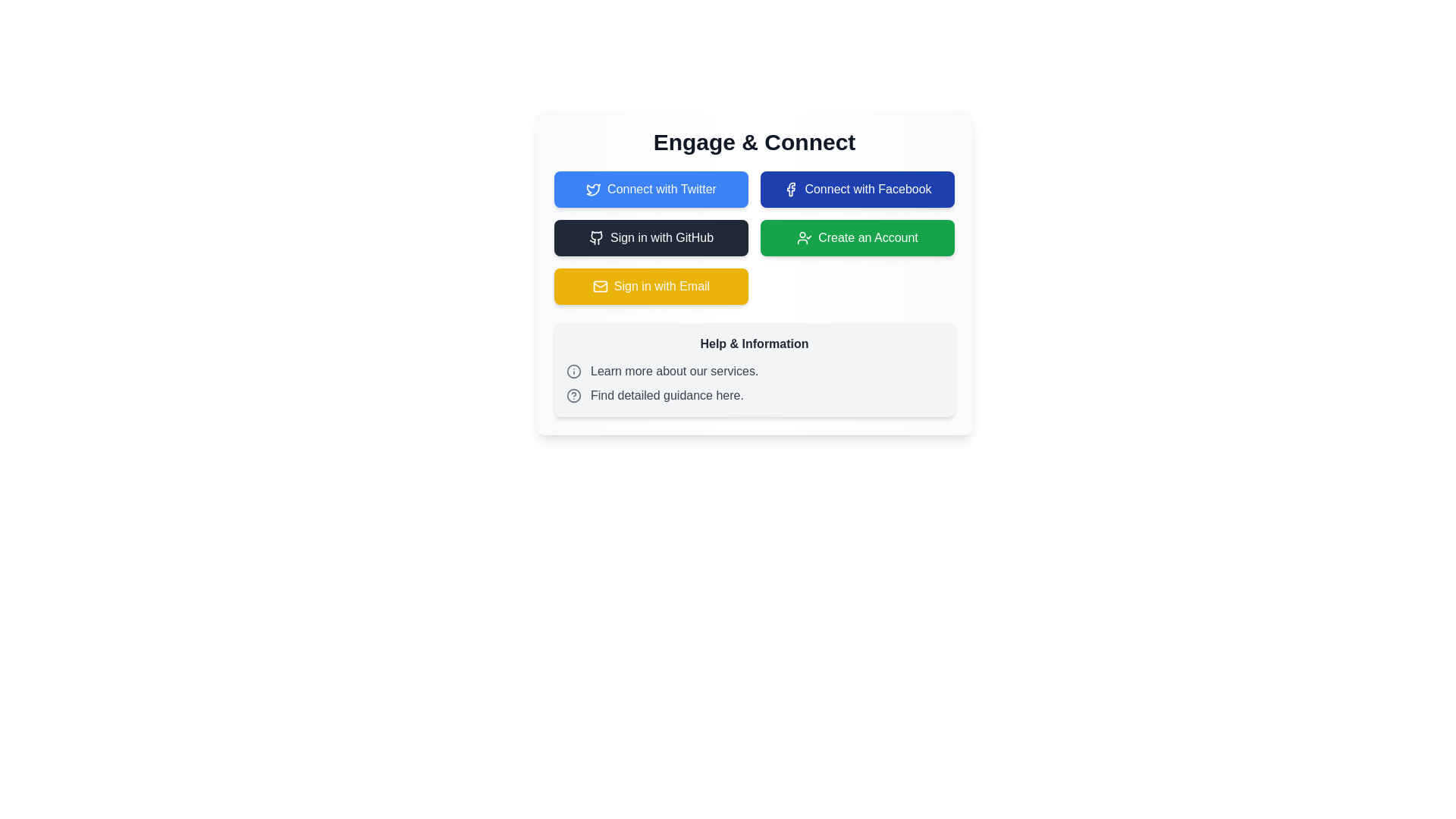 This screenshot has height=819, width=1456. I want to click on the help icon located to the left of the text 'Find detailed guidance here.' in the 'Help & Information' section at the lower part of the interface, so click(573, 394).